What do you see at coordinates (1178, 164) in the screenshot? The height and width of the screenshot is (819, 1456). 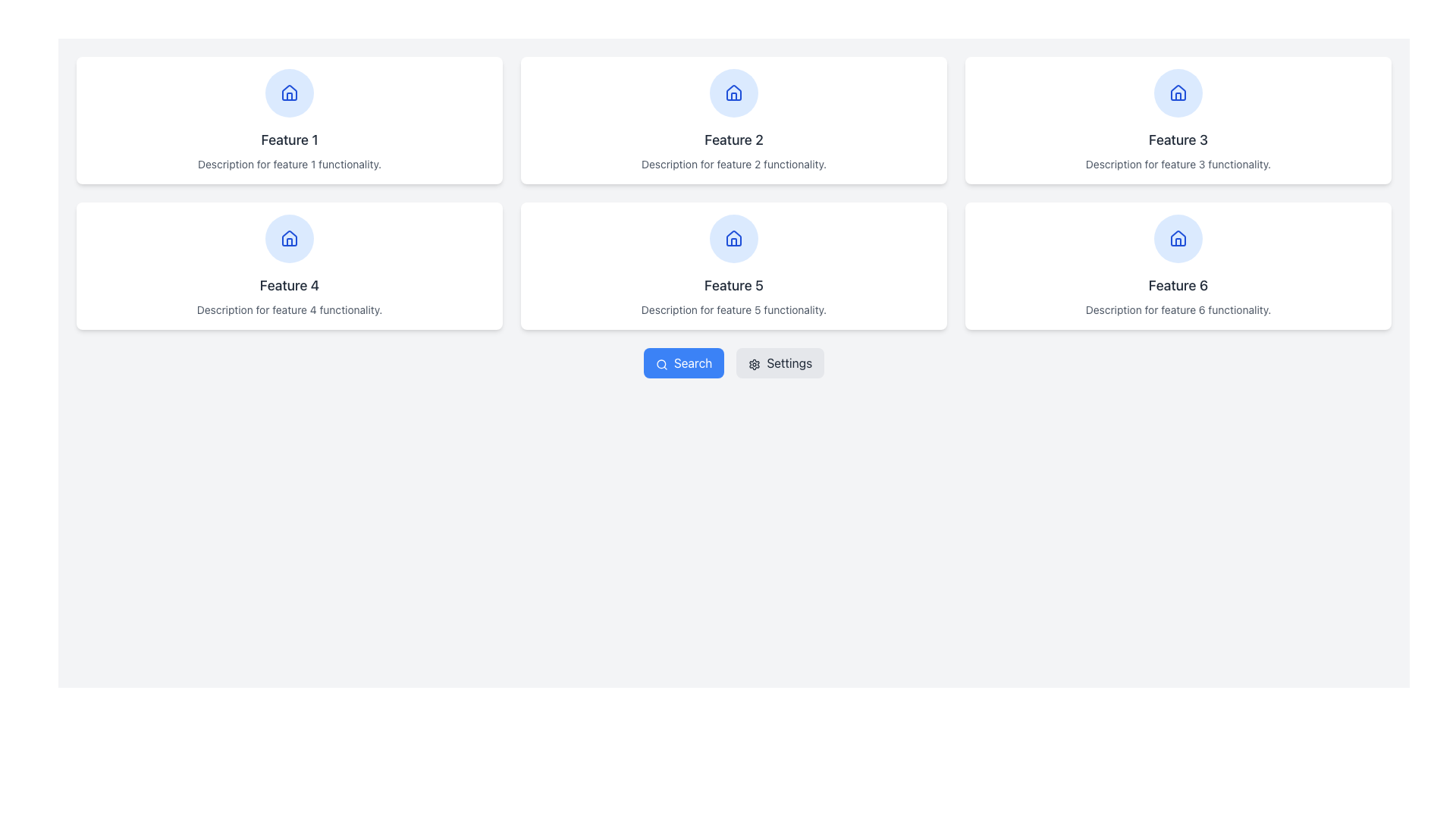 I see `the text label that provides a description for 'Feature 3', located in the third card from the left in the top row of a grid layout` at bounding box center [1178, 164].